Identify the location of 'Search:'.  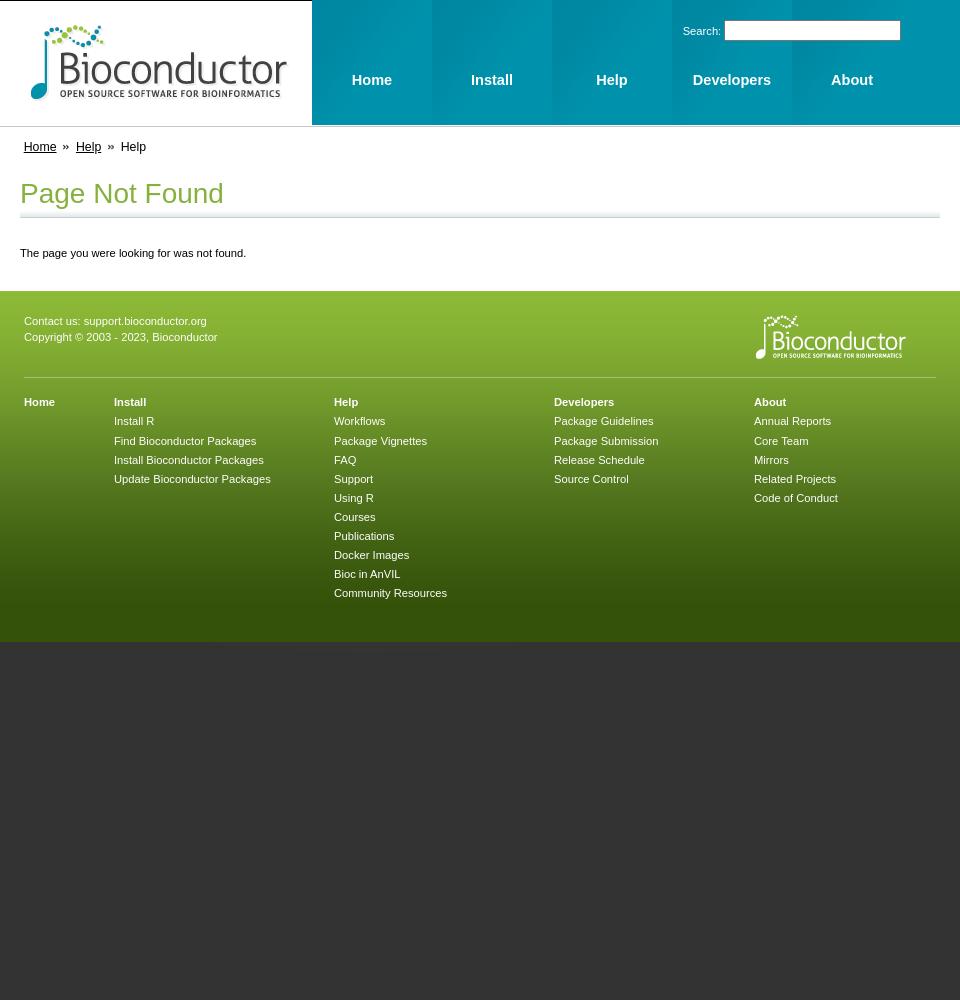
(703, 31).